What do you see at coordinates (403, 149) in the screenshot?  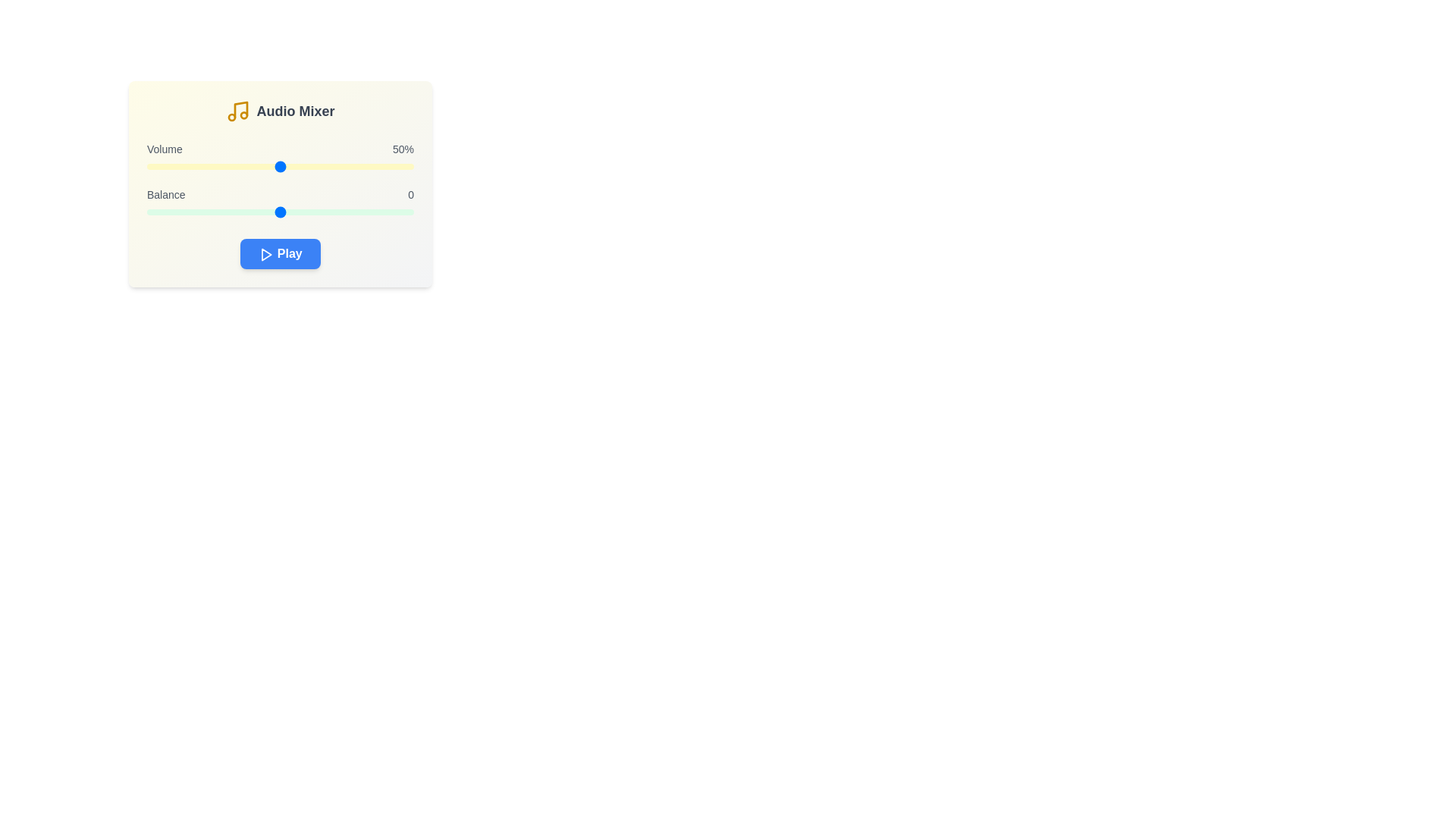 I see `the static text label displaying '50%' in dark gray font, positioned to the right of the 'Volume' label within the 'Audio Mixer' card` at bounding box center [403, 149].